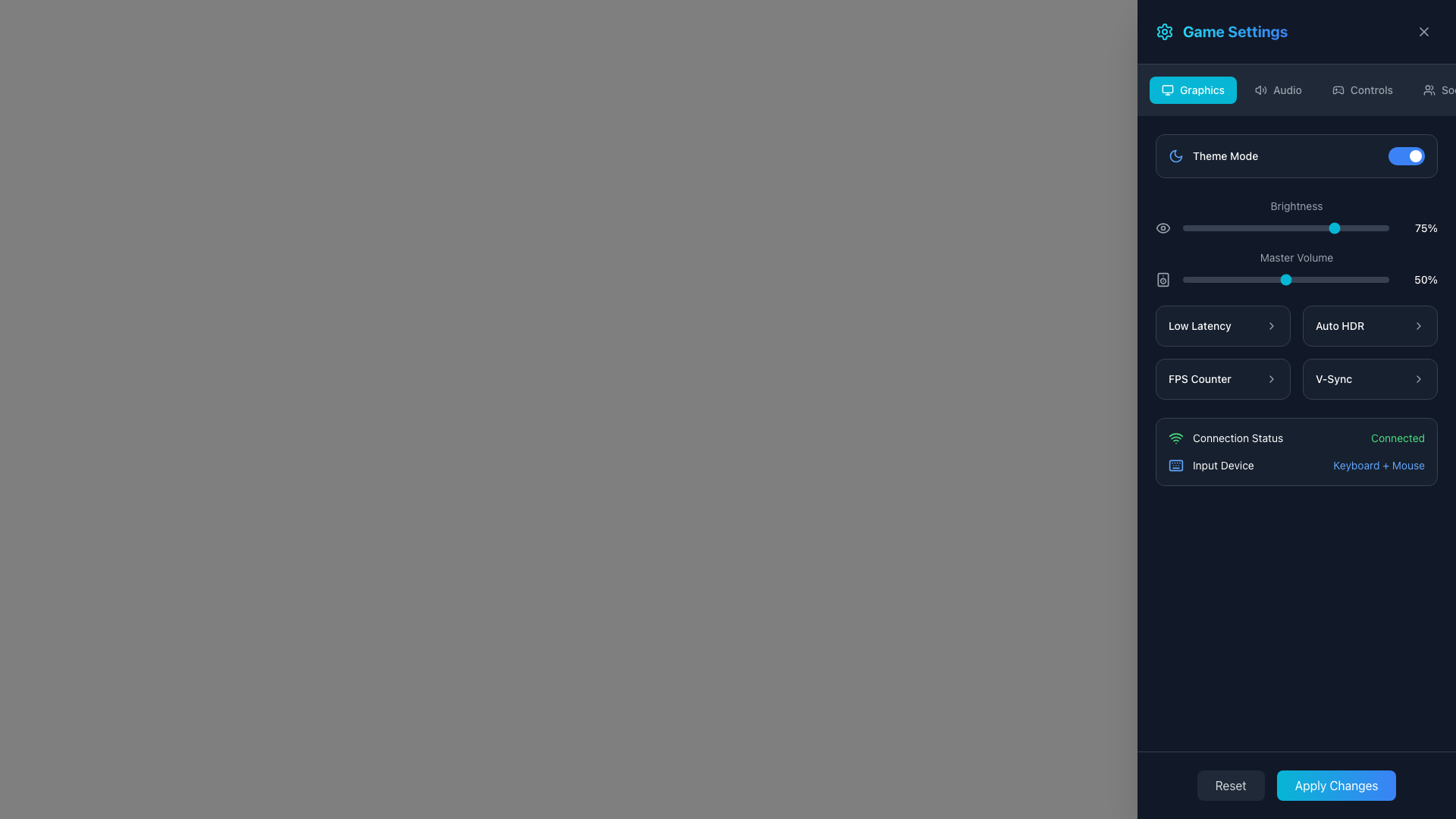 This screenshot has height=819, width=1456. What do you see at coordinates (1295, 267) in the screenshot?
I see `the thumb of the 'Master Volume' slider` at bounding box center [1295, 267].